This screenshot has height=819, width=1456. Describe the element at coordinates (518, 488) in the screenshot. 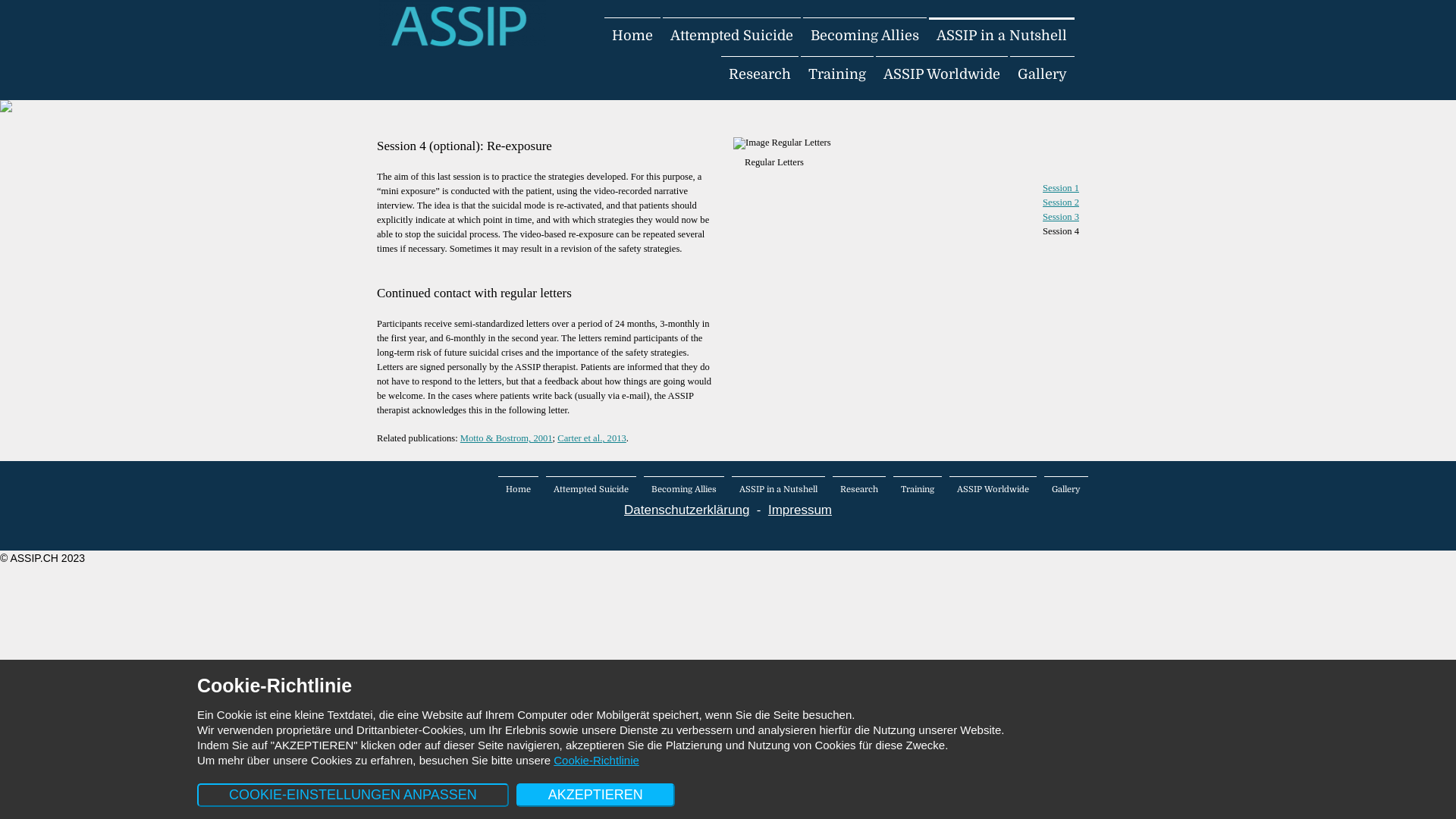

I see `'Home'` at that location.